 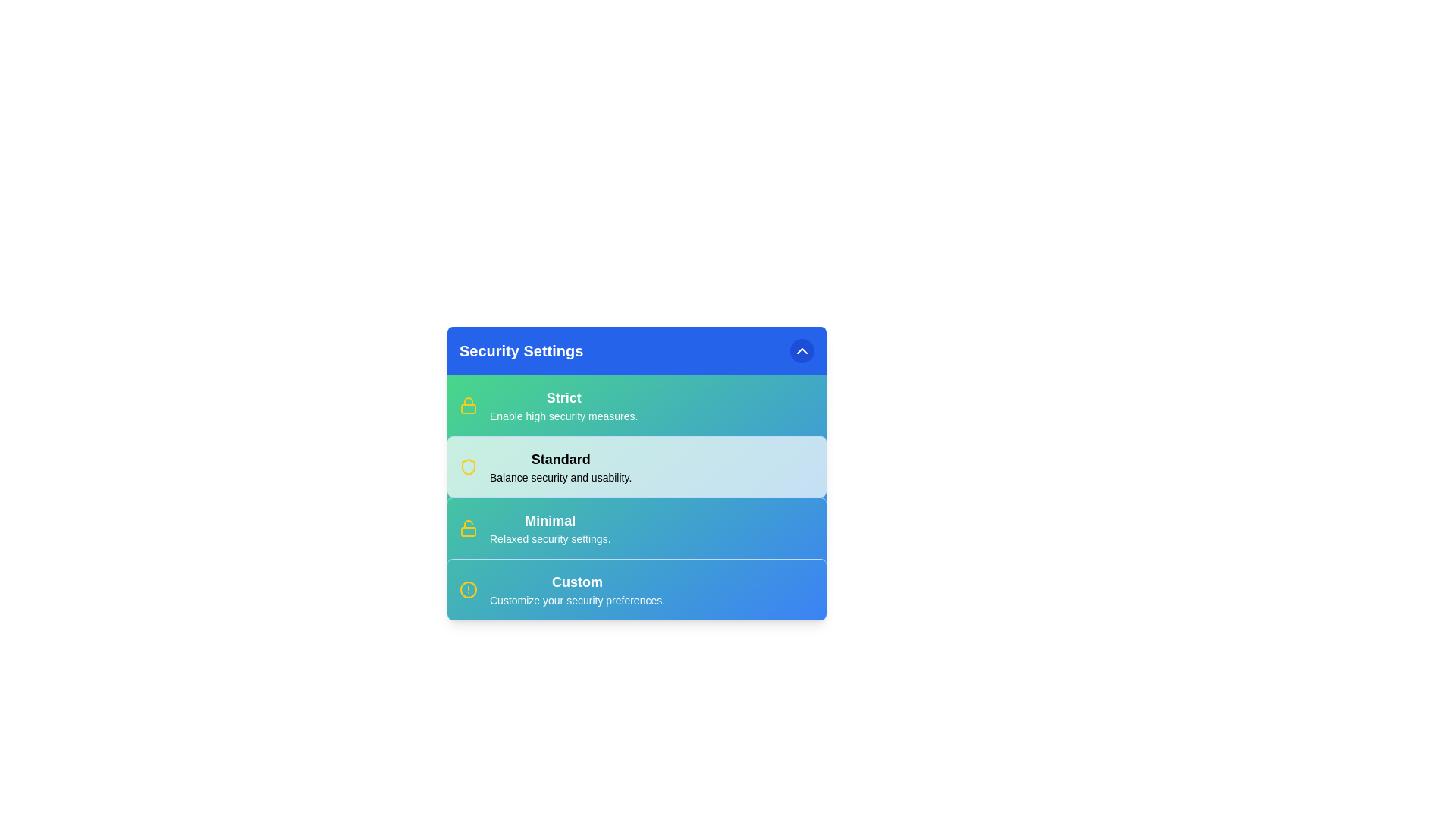 What do you see at coordinates (560, 458) in the screenshot?
I see `the security option Standard to read its description` at bounding box center [560, 458].